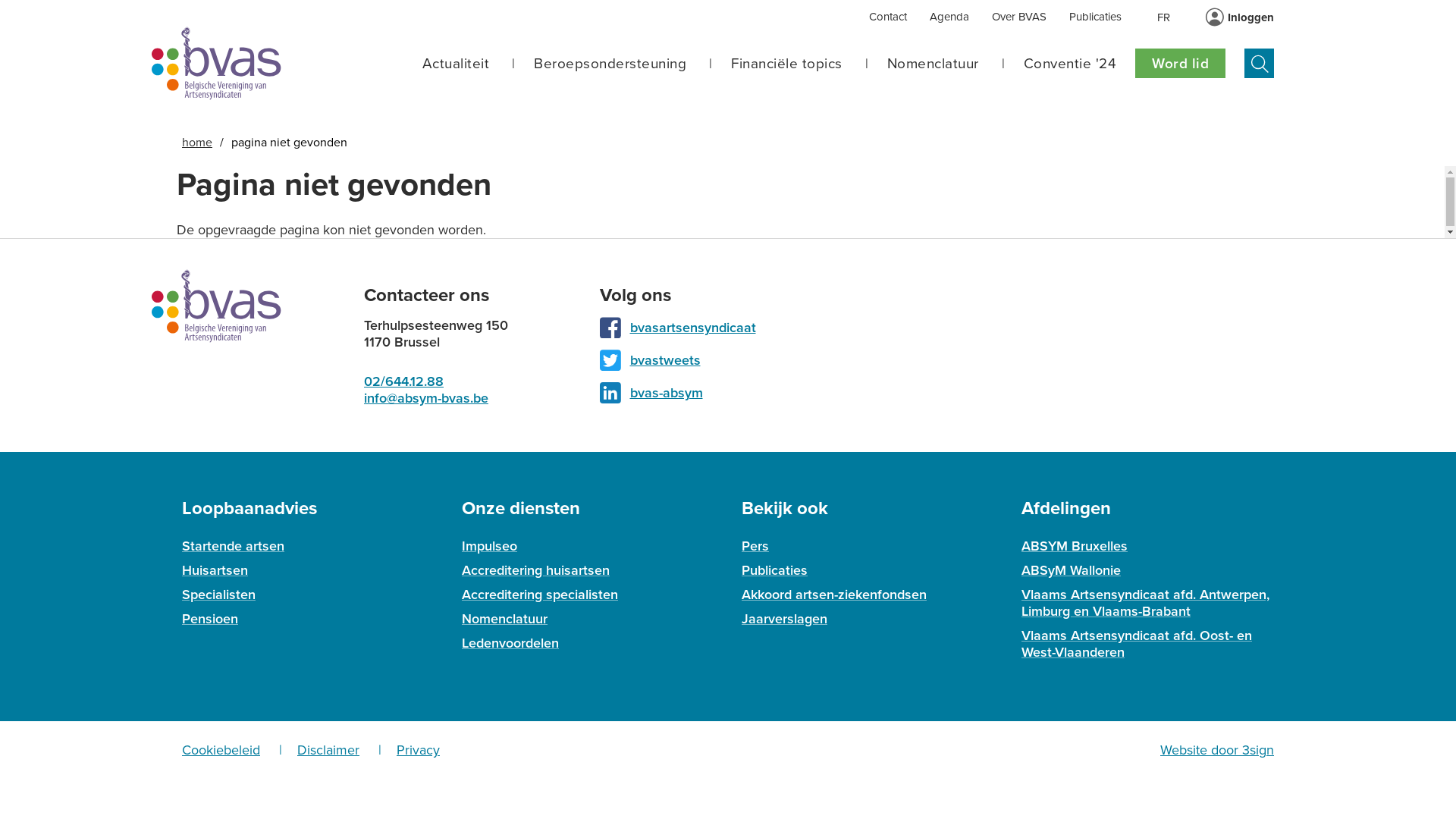  I want to click on 'Startende artsen', so click(232, 546).